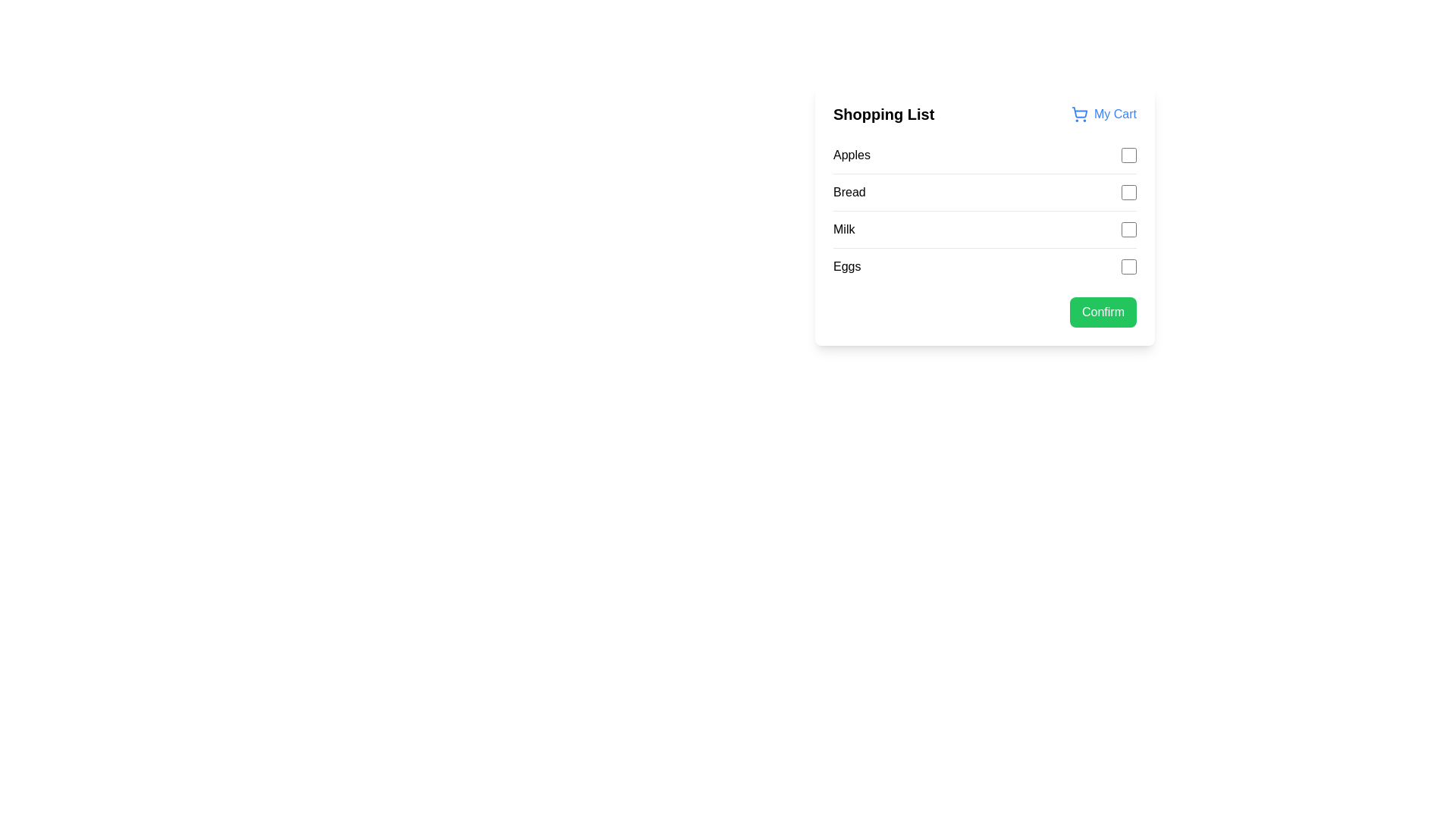  Describe the element at coordinates (985, 215) in the screenshot. I see `the checkboxes contained within the shopping list card, which is styled with a white background and rounded corners, located towards the right of the interface` at that location.